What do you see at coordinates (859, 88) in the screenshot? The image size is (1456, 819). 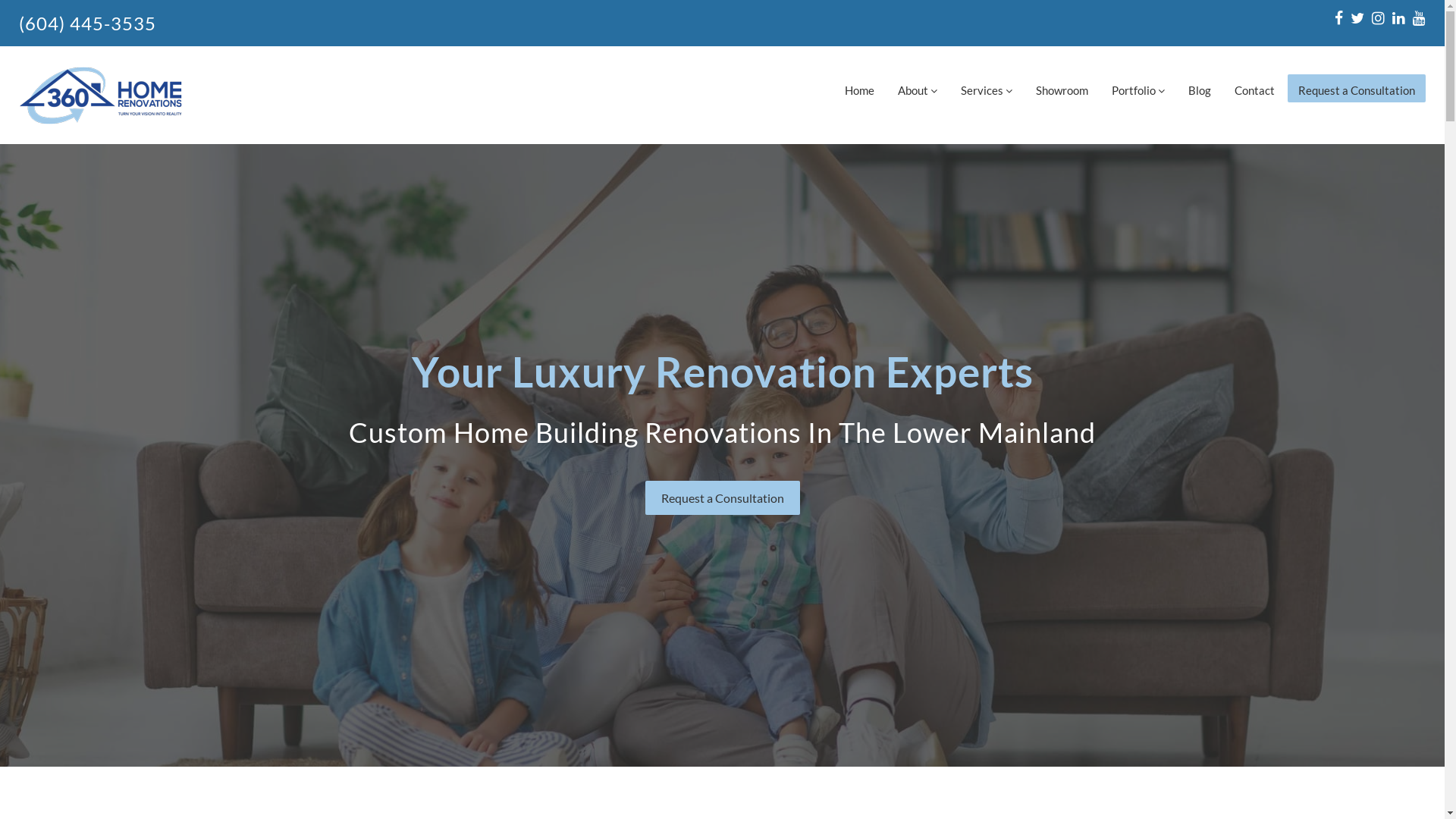 I see `'Home'` at bounding box center [859, 88].